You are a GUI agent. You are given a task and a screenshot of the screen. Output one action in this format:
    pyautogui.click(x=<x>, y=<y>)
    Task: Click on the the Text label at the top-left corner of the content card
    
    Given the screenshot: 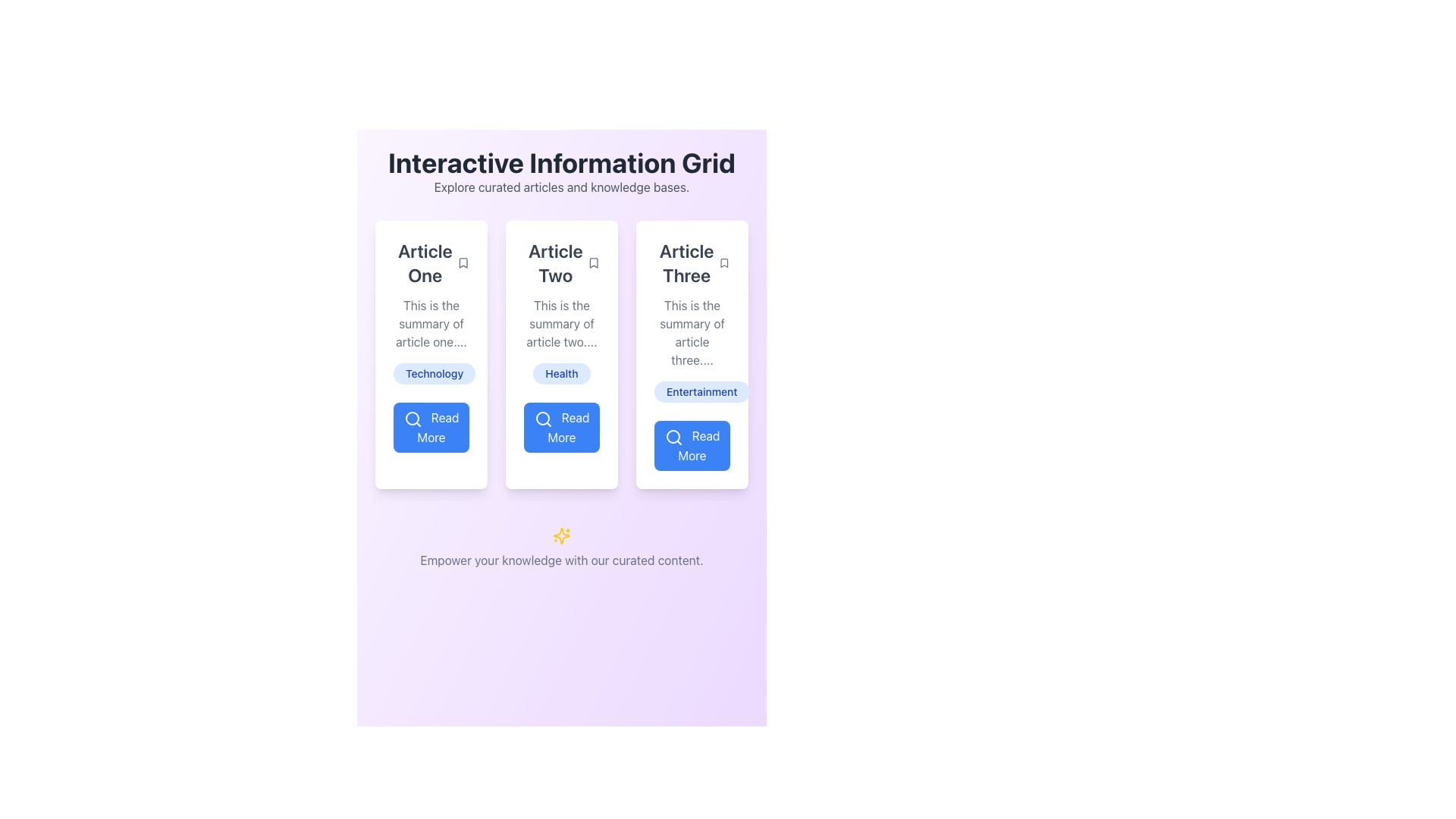 What is the action you would take?
    pyautogui.click(x=425, y=262)
    